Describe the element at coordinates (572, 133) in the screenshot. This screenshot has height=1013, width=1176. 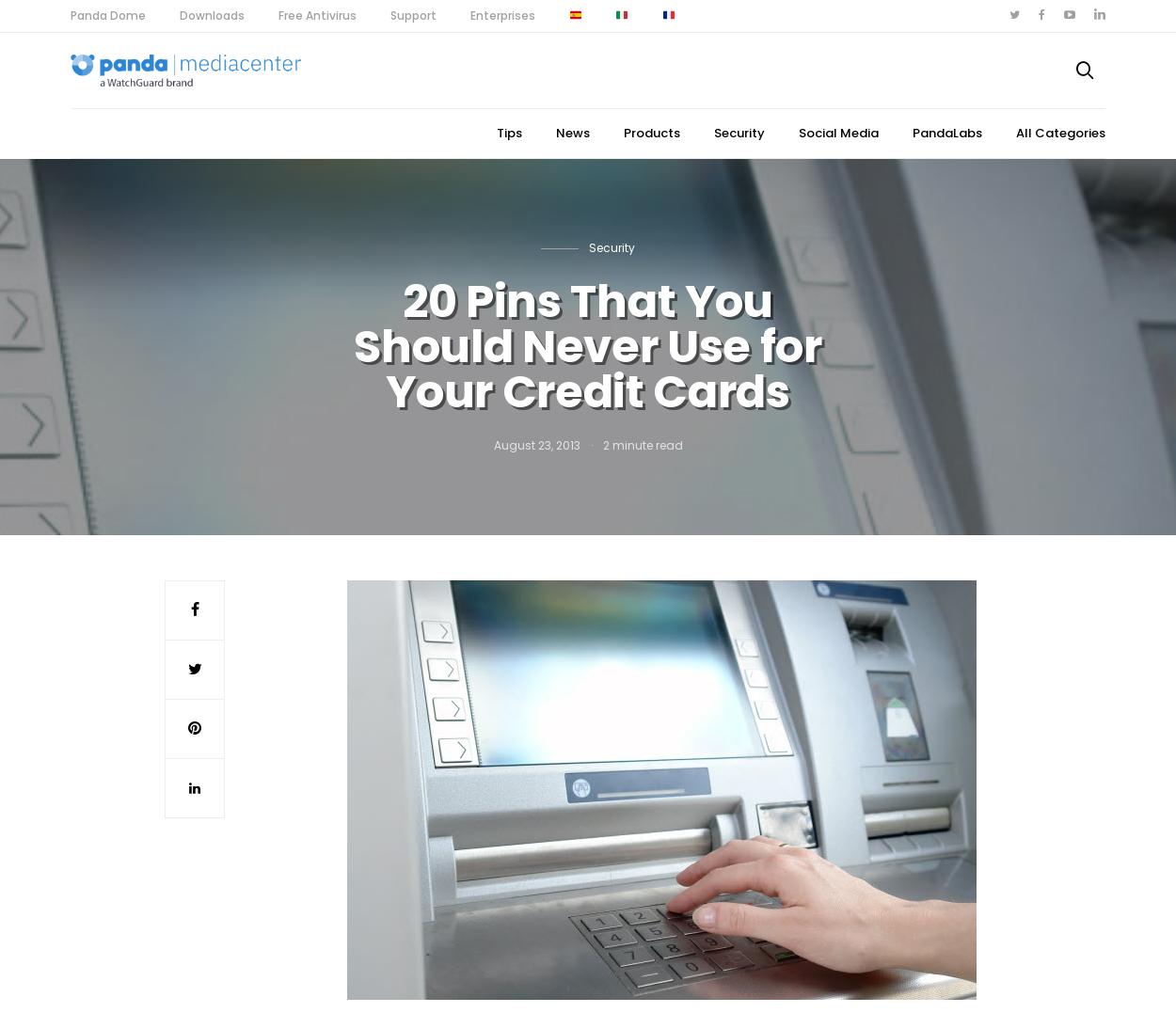
I see `'News'` at that location.